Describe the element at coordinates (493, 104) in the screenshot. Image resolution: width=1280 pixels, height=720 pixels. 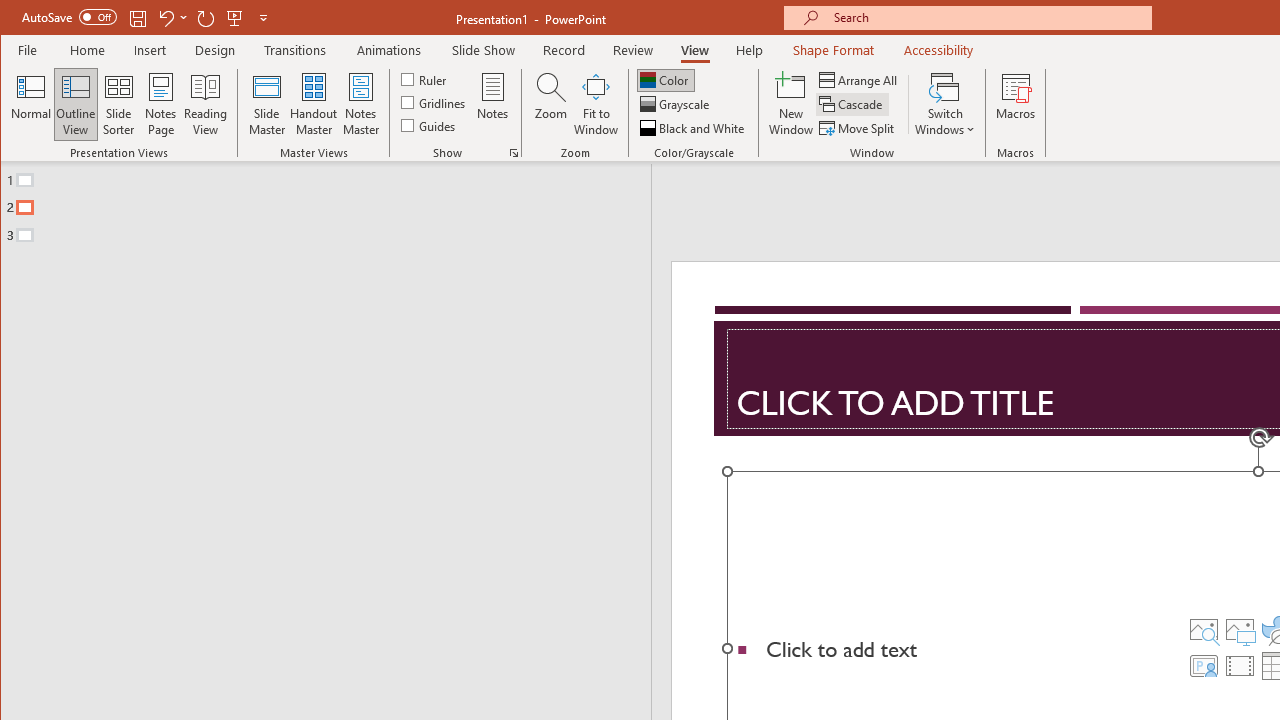
I see `'Notes'` at that location.